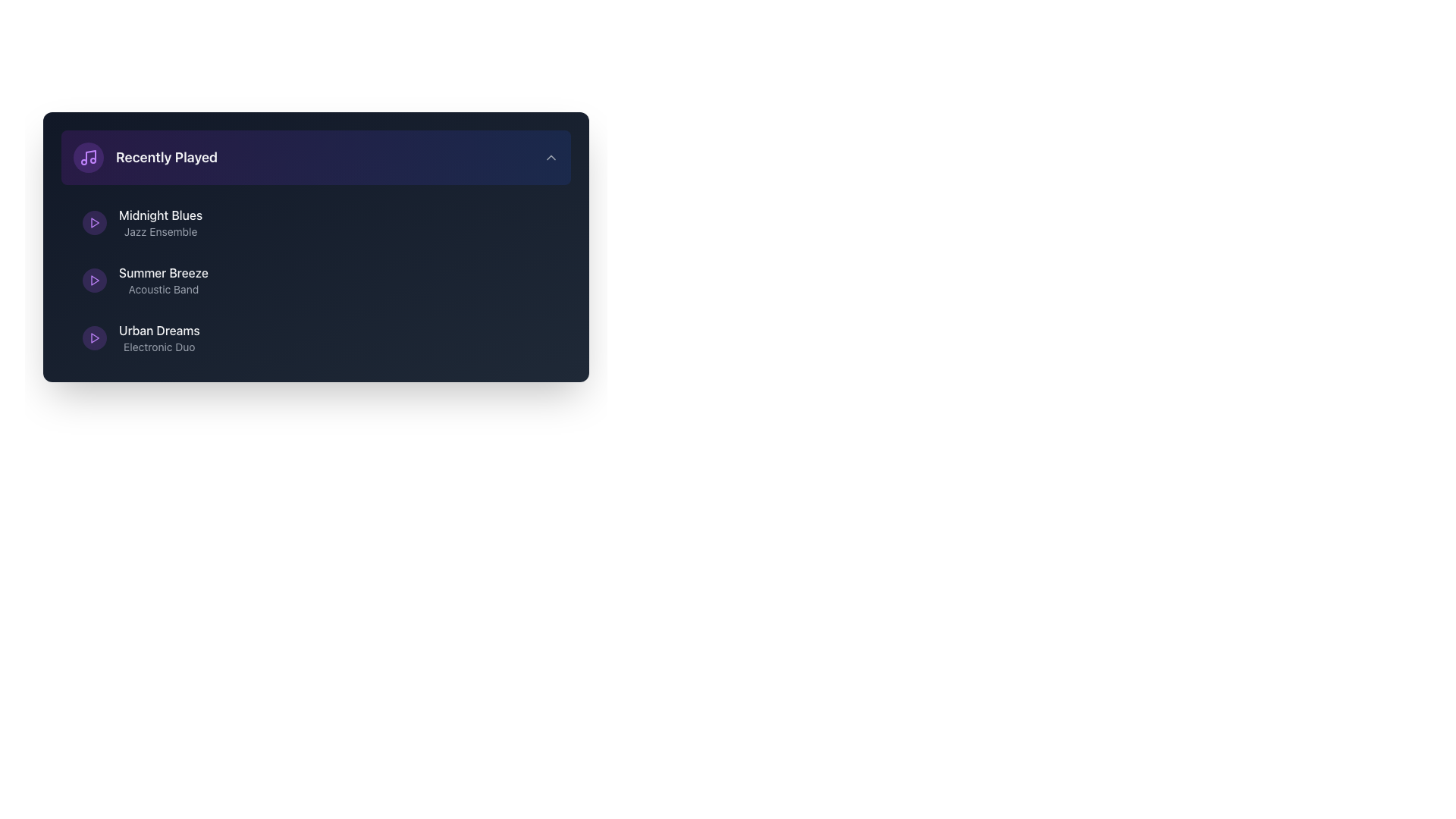 Image resolution: width=1456 pixels, height=819 pixels. I want to click on the triangular purple play icon button located to the left of the 'Summer Breeze' media item to play the media, so click(93, 281).